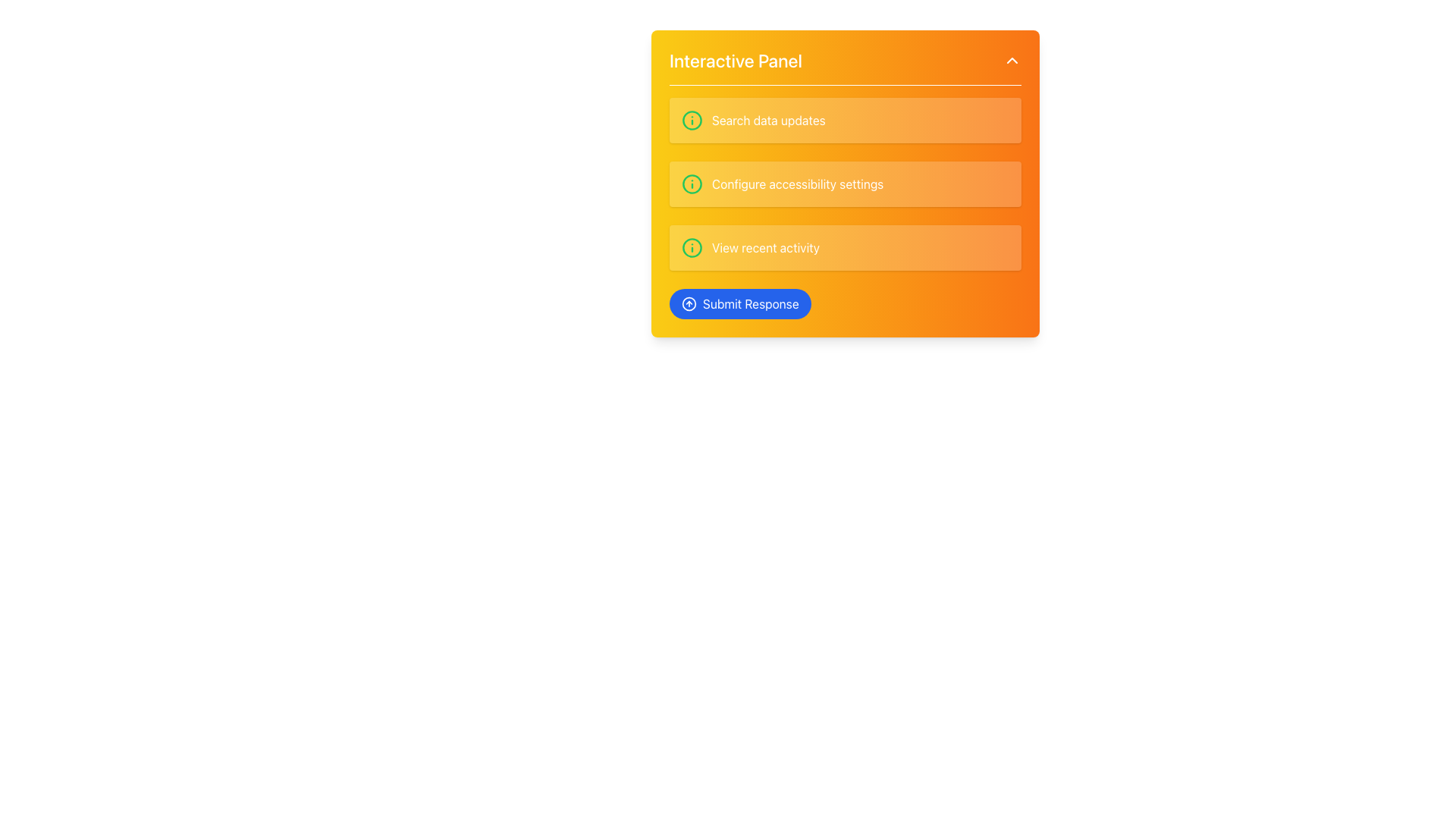 The height and width of the screenshot is (819, 1456). What do you see at coordinates (751, 304) in the screenshot?
I see `text from the 'Submit Response' label, which is part of a button located at the bottom of a vertical list in the 'Interactive Panel' orange card` at bounding box center [751, 304].